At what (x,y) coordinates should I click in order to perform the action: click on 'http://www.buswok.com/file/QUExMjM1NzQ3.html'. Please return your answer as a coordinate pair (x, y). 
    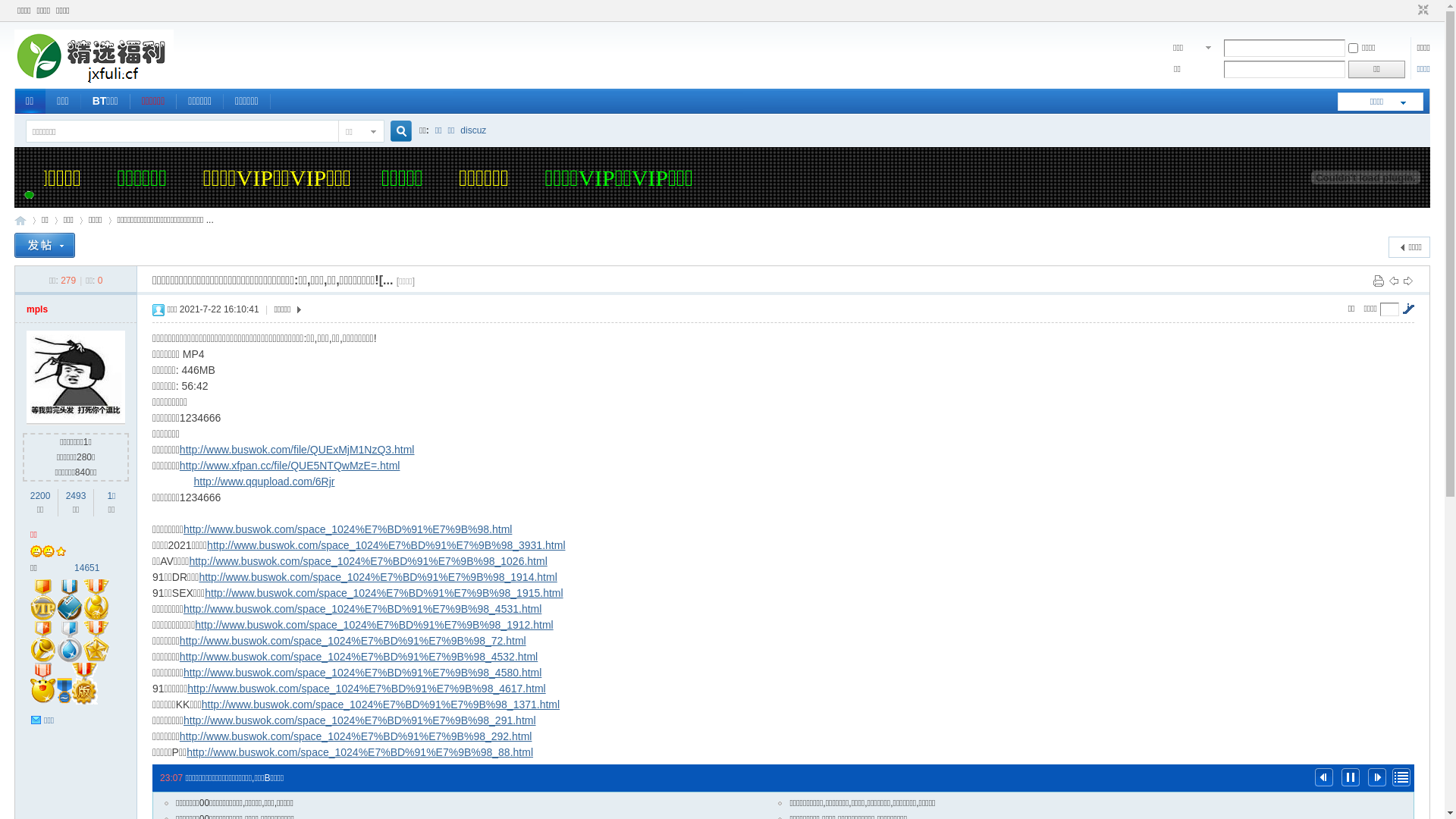
    Looking at the image, I should click on (297, 449).